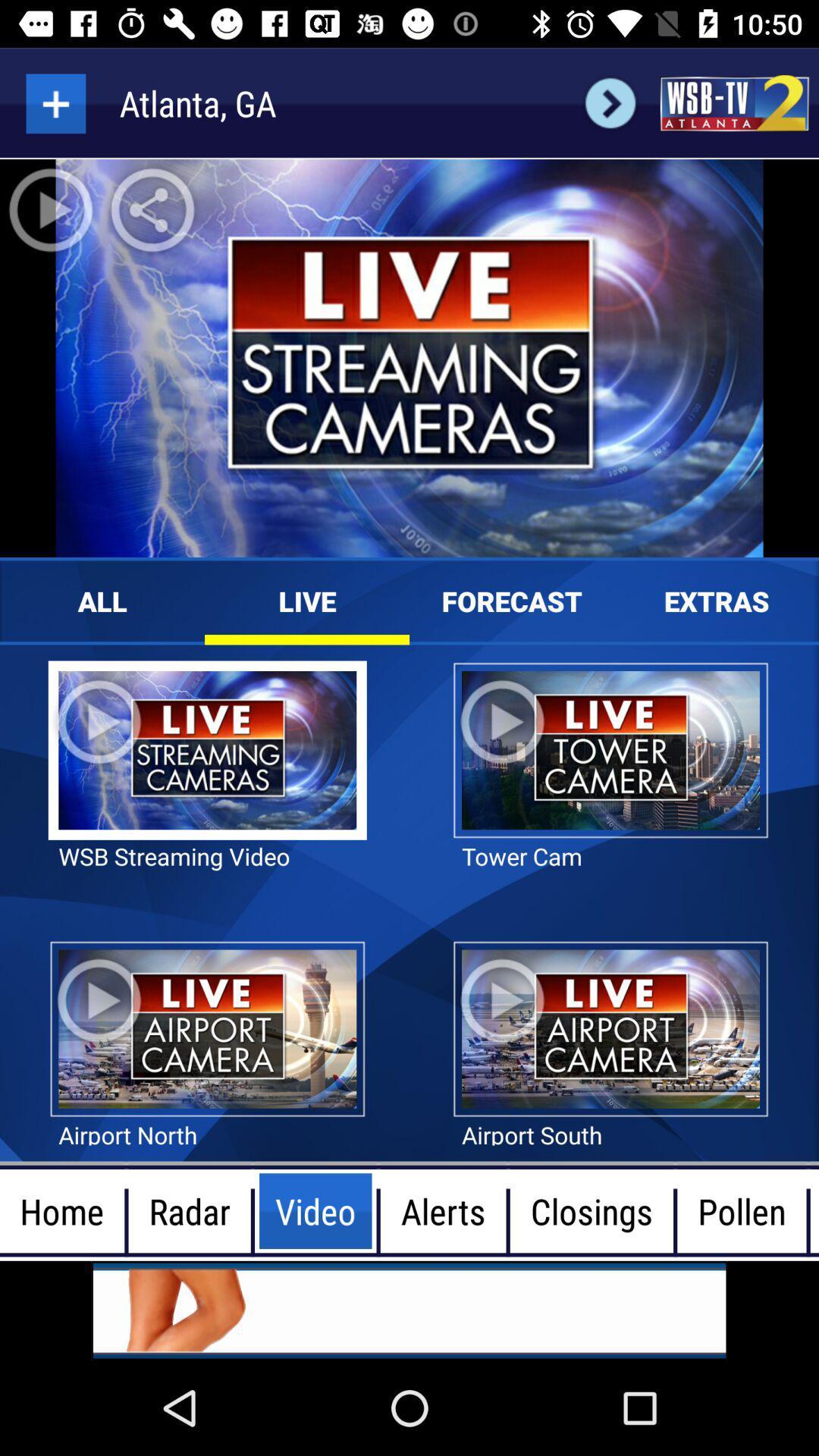  What do you see at coordinates (55, 102) in the screenshot?
I see `location` at bounding box center [55, 102].